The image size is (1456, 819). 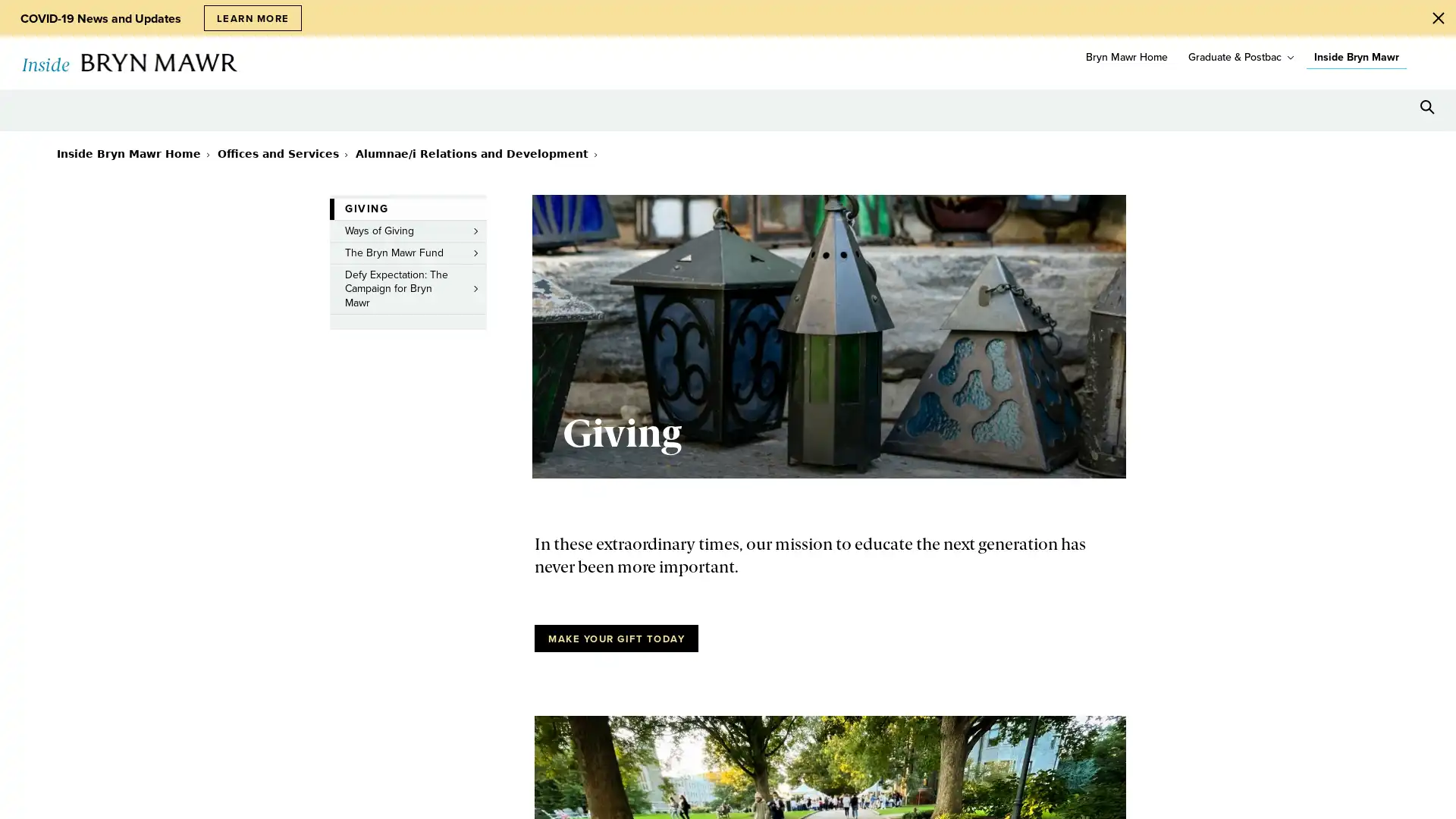 I want to click on Graduate & Postbac, so click(x=1235, y=56).